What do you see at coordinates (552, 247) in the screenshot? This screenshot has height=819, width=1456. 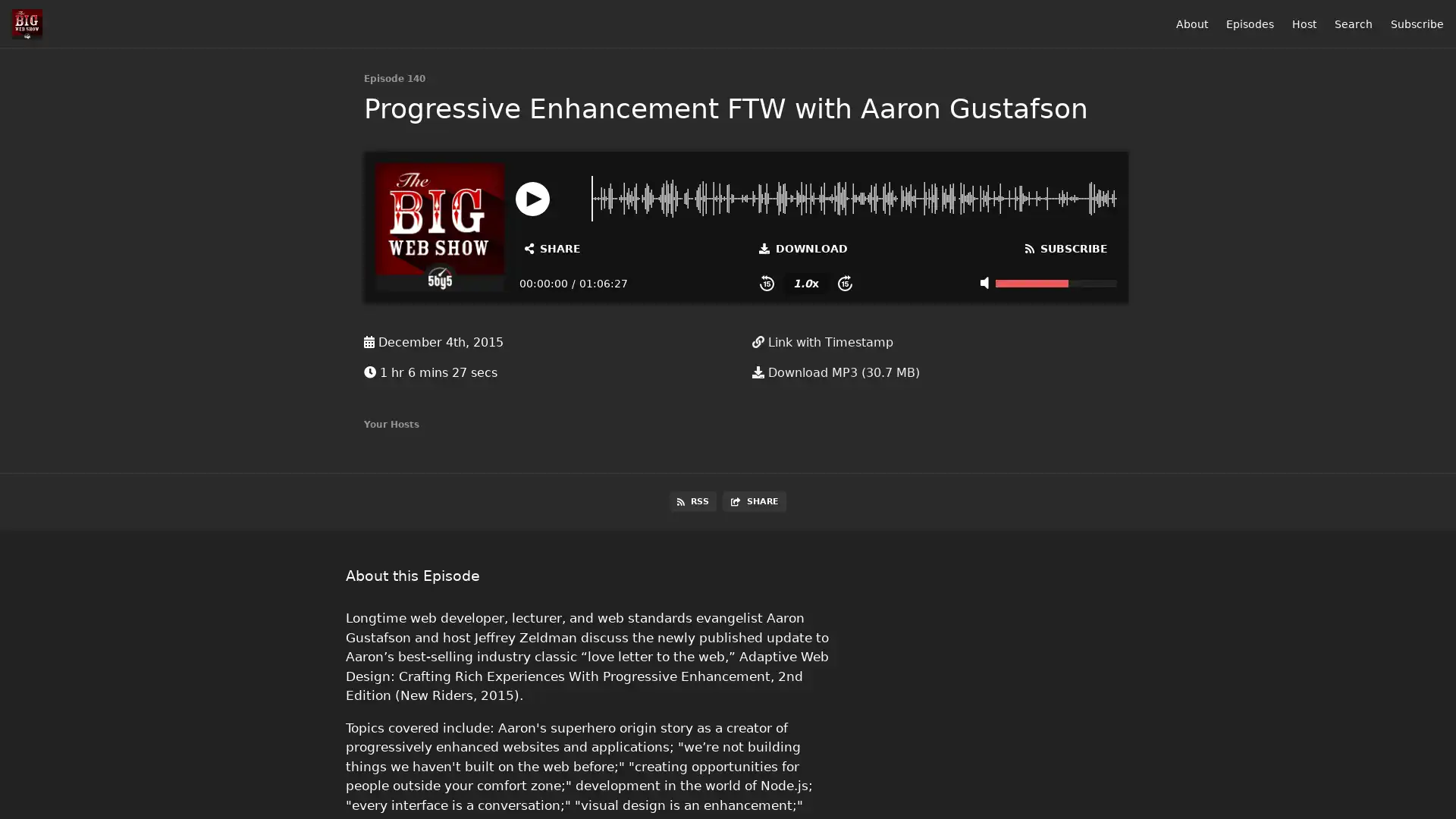 I see `Open Share and Subscribe Dialog` at bounding box center [552, 247].